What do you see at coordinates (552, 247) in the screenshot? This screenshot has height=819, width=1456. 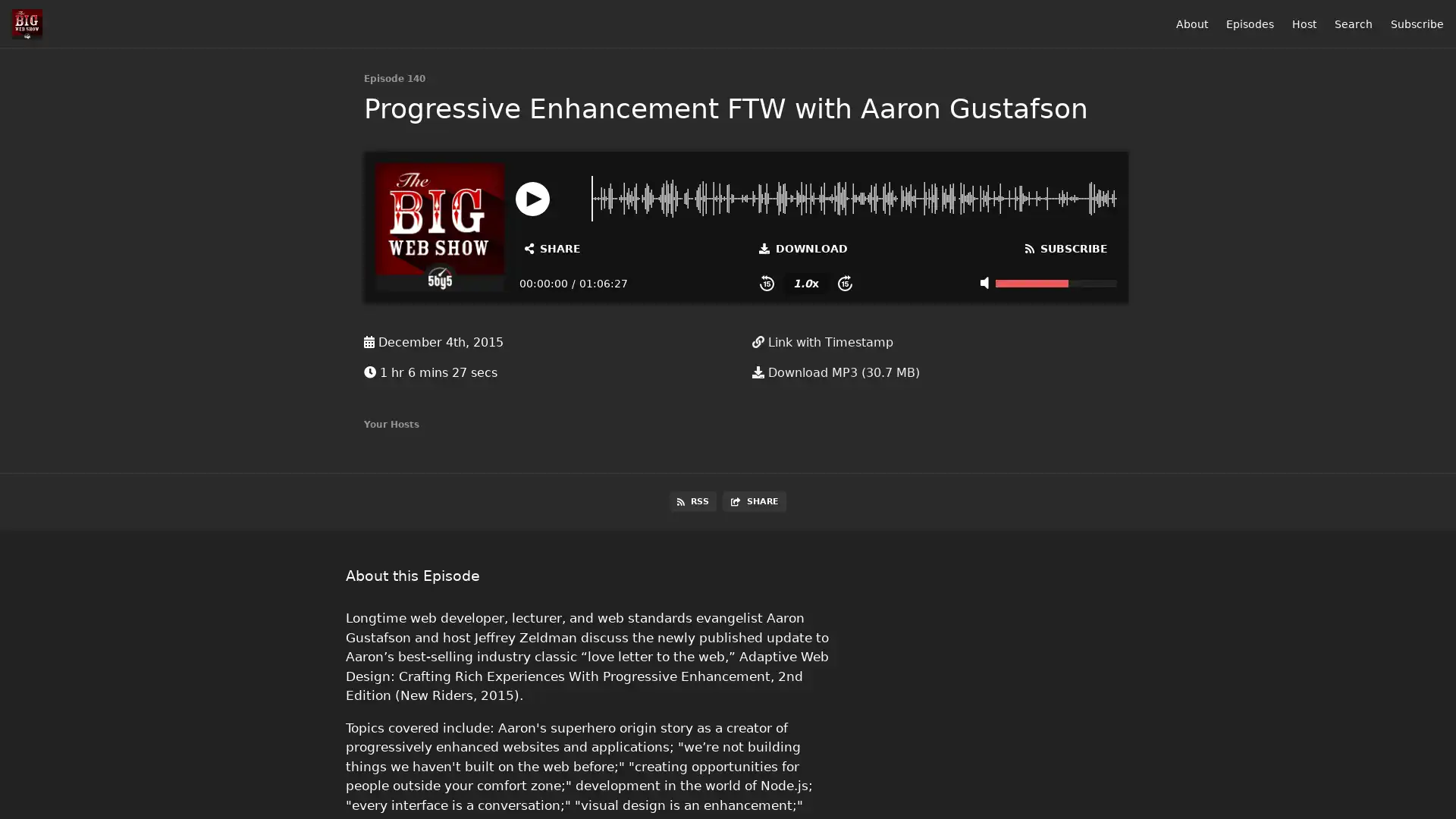 I see `Open Share and Subscribe Dialog` at bounding box center [552, 247].